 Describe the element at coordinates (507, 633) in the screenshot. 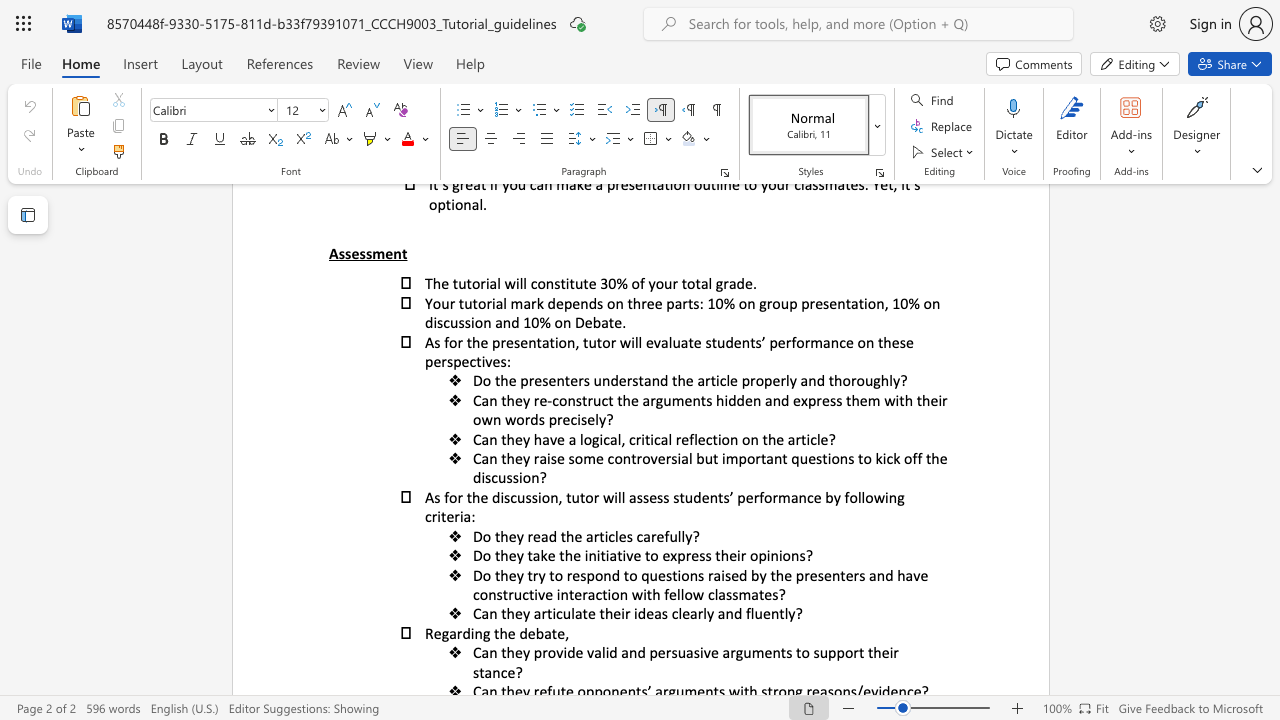

I see `the subset text "e deb" within the text "the debate,"` at that location.